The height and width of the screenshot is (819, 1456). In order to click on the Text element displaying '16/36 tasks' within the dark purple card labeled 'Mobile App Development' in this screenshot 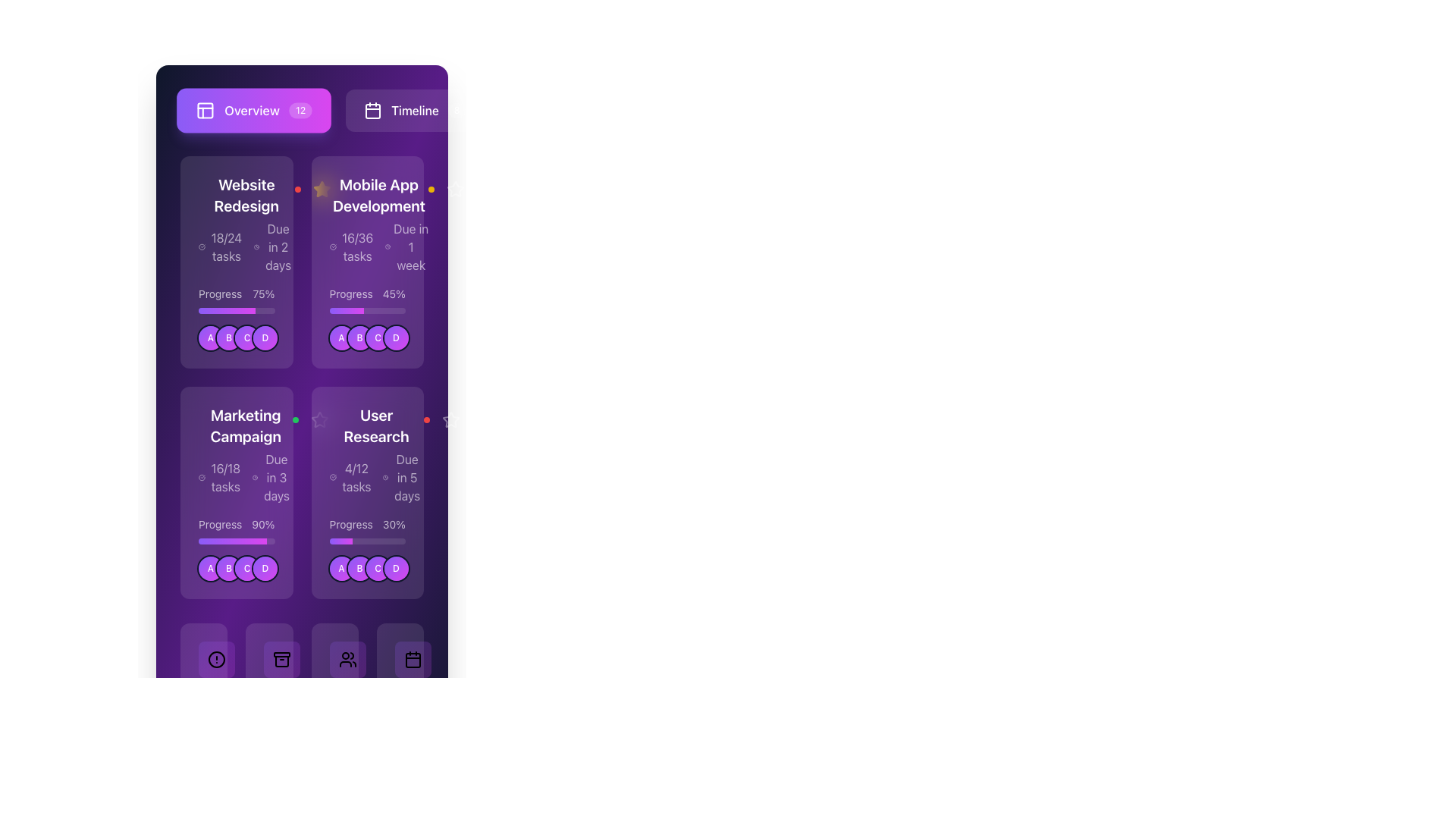, I will do `click(352, 246)`.